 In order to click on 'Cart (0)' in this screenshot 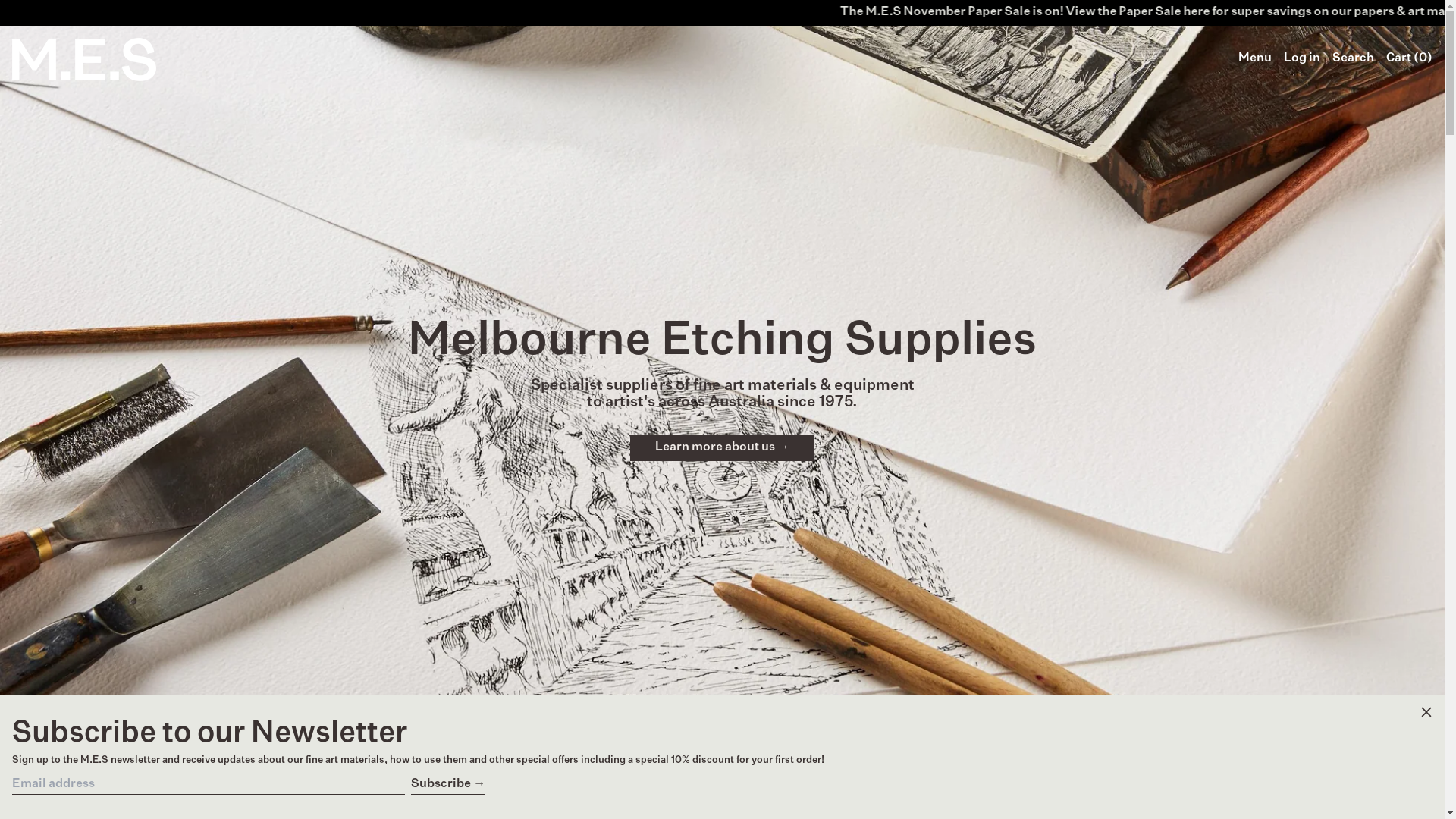, I will do `click(1408, 58)`.